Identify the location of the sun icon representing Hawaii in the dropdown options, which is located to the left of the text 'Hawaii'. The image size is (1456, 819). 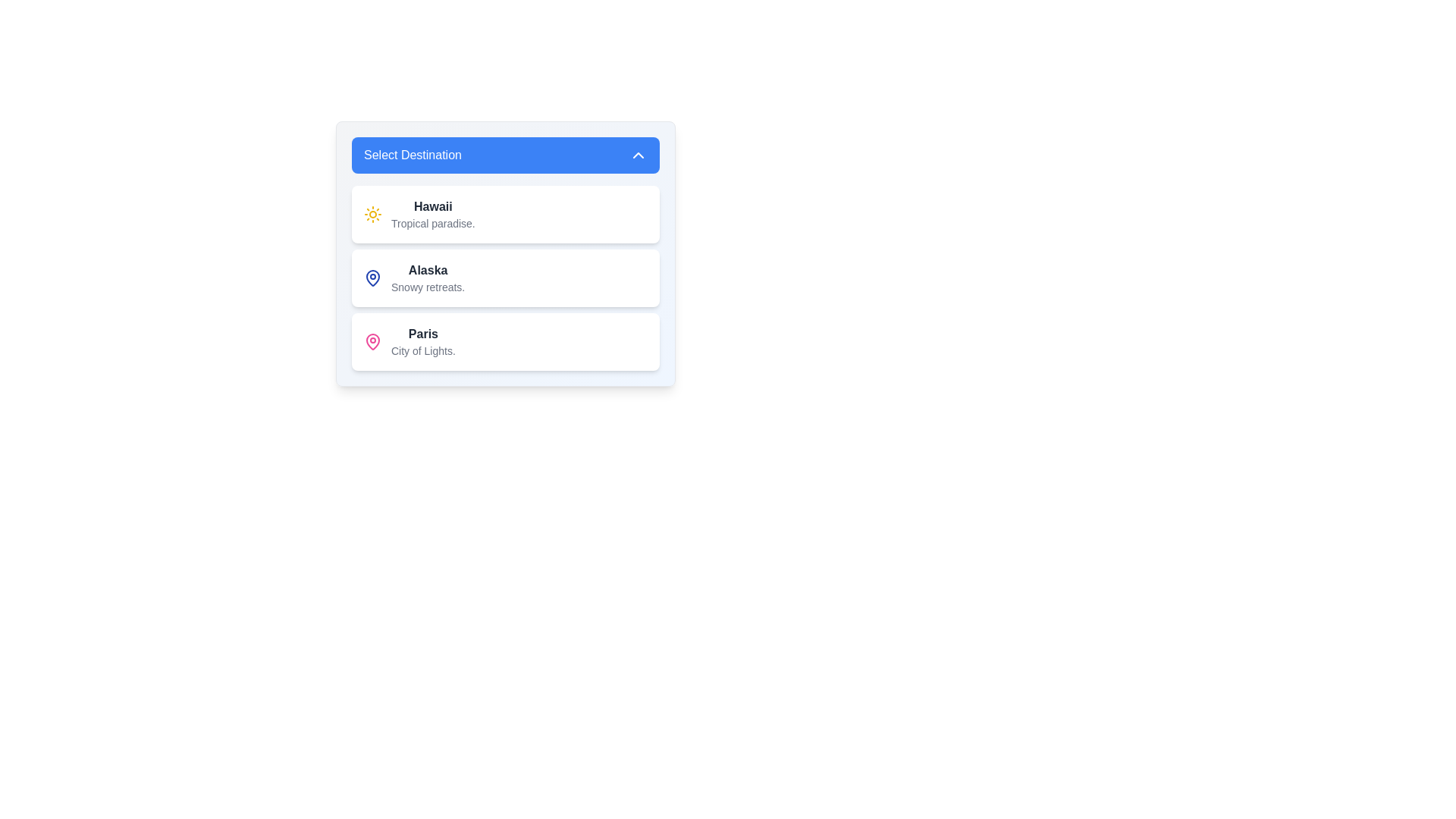
(372, 214).